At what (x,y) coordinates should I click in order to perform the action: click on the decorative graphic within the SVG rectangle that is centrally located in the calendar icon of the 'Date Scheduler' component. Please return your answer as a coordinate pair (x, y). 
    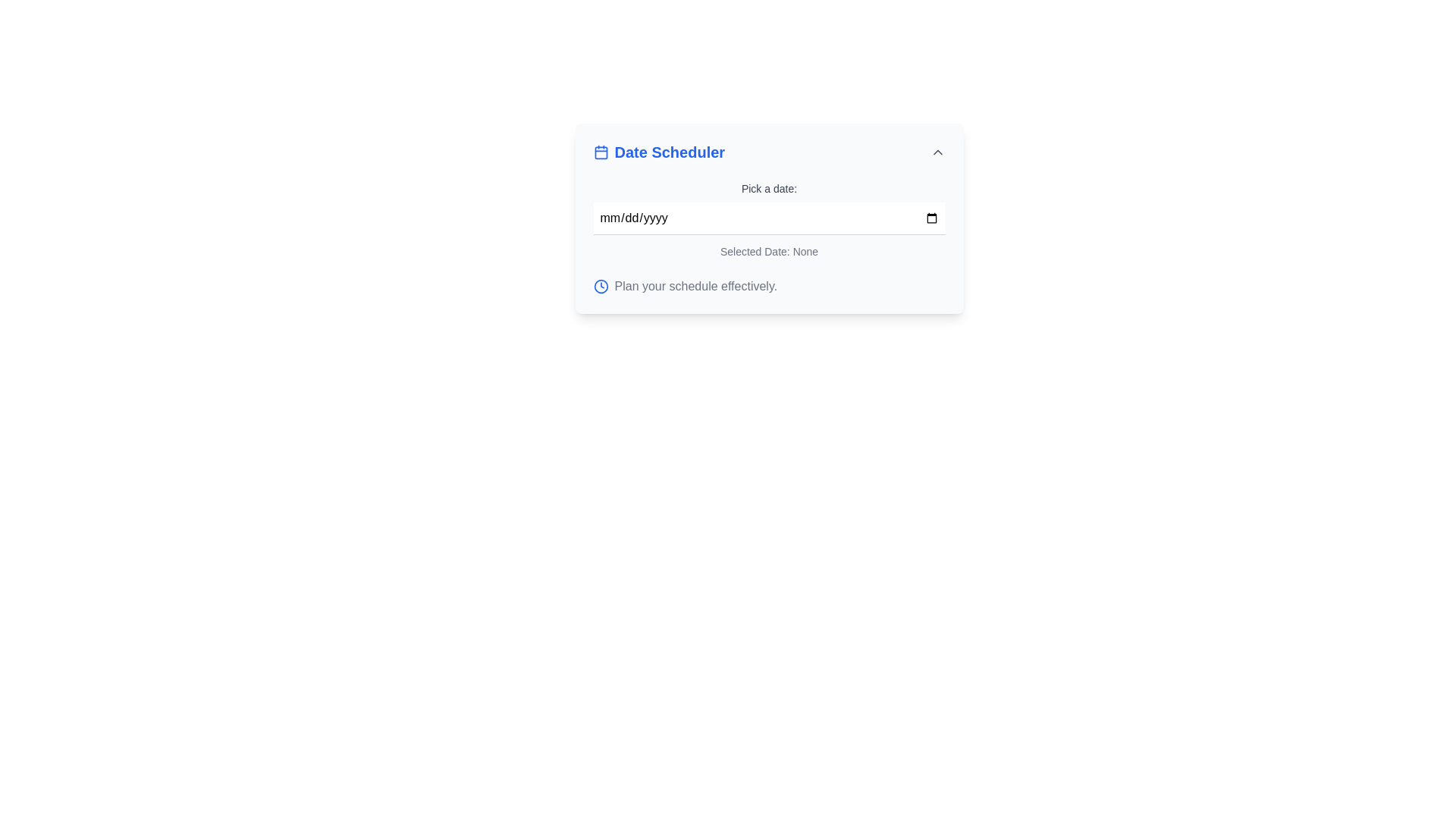
    Looking at the image, I should click on (600, 152).